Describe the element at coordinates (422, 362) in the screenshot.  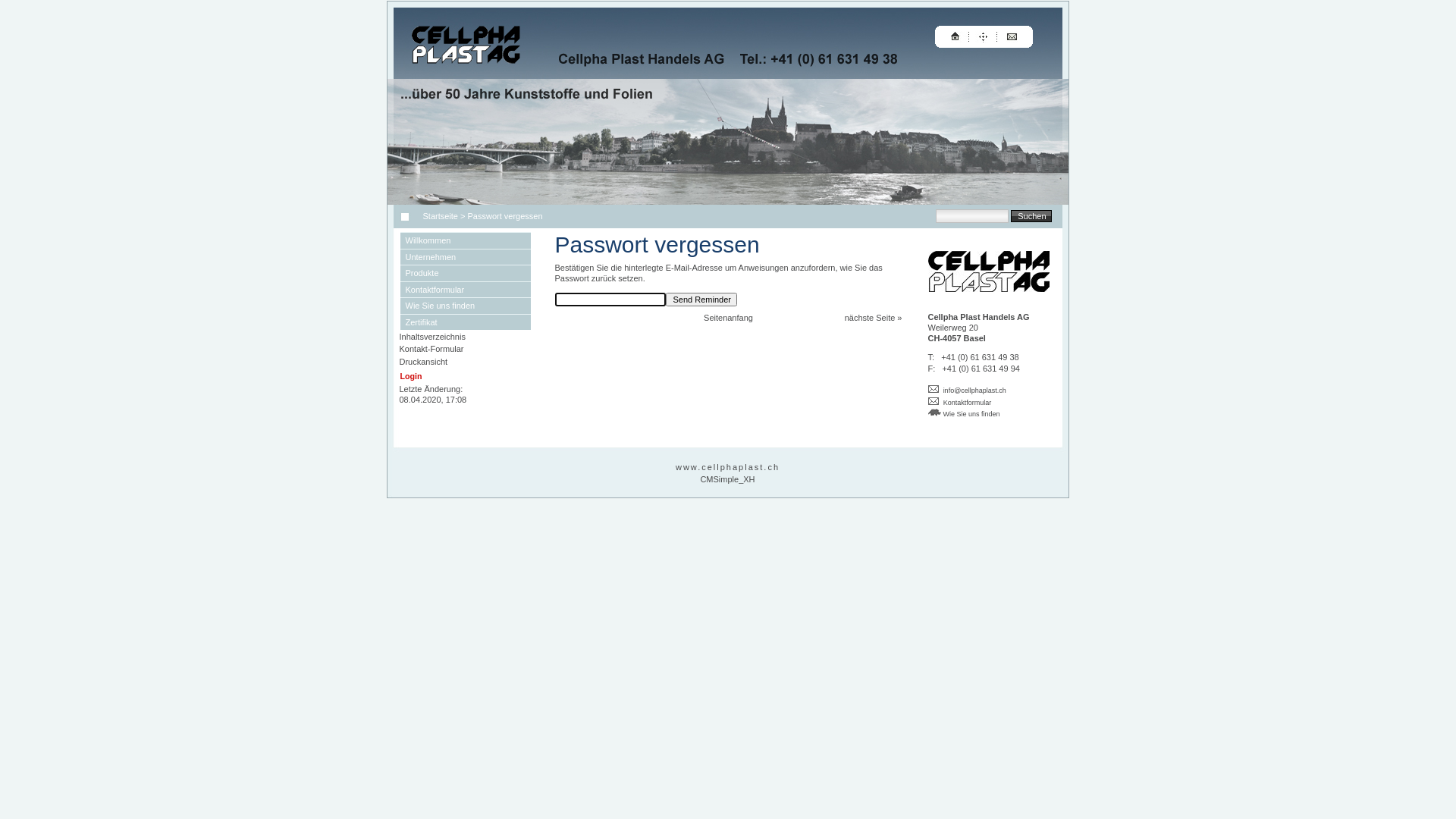
I see `'Druckansicht'` at that location.